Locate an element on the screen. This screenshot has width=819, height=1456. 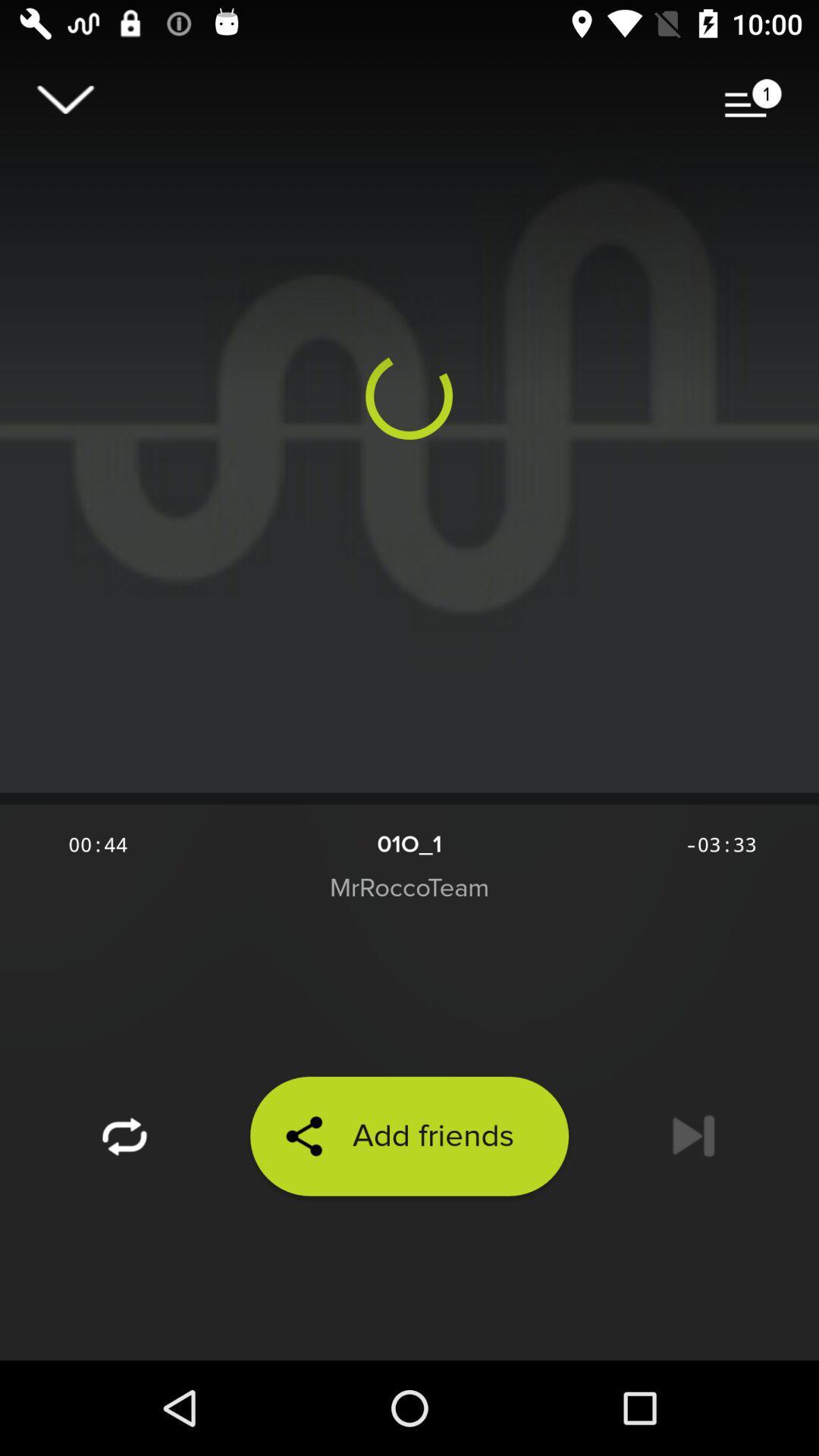
the playlist icon is located at coordinates (753, 99).